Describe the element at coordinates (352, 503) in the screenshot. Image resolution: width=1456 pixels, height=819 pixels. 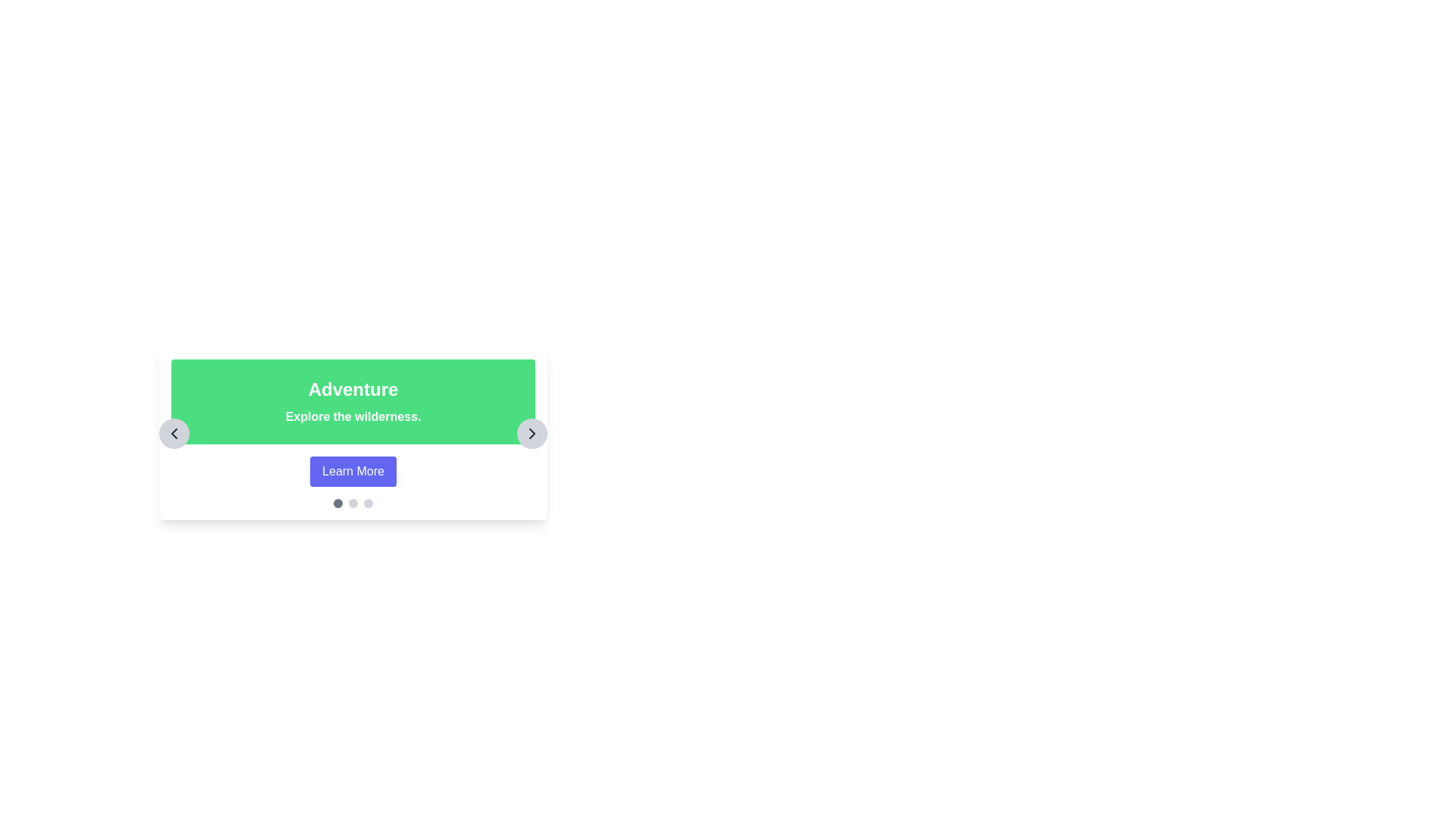
I see `the central page indicator (dot-style) located beneath the 'Learn More' button` at that location.